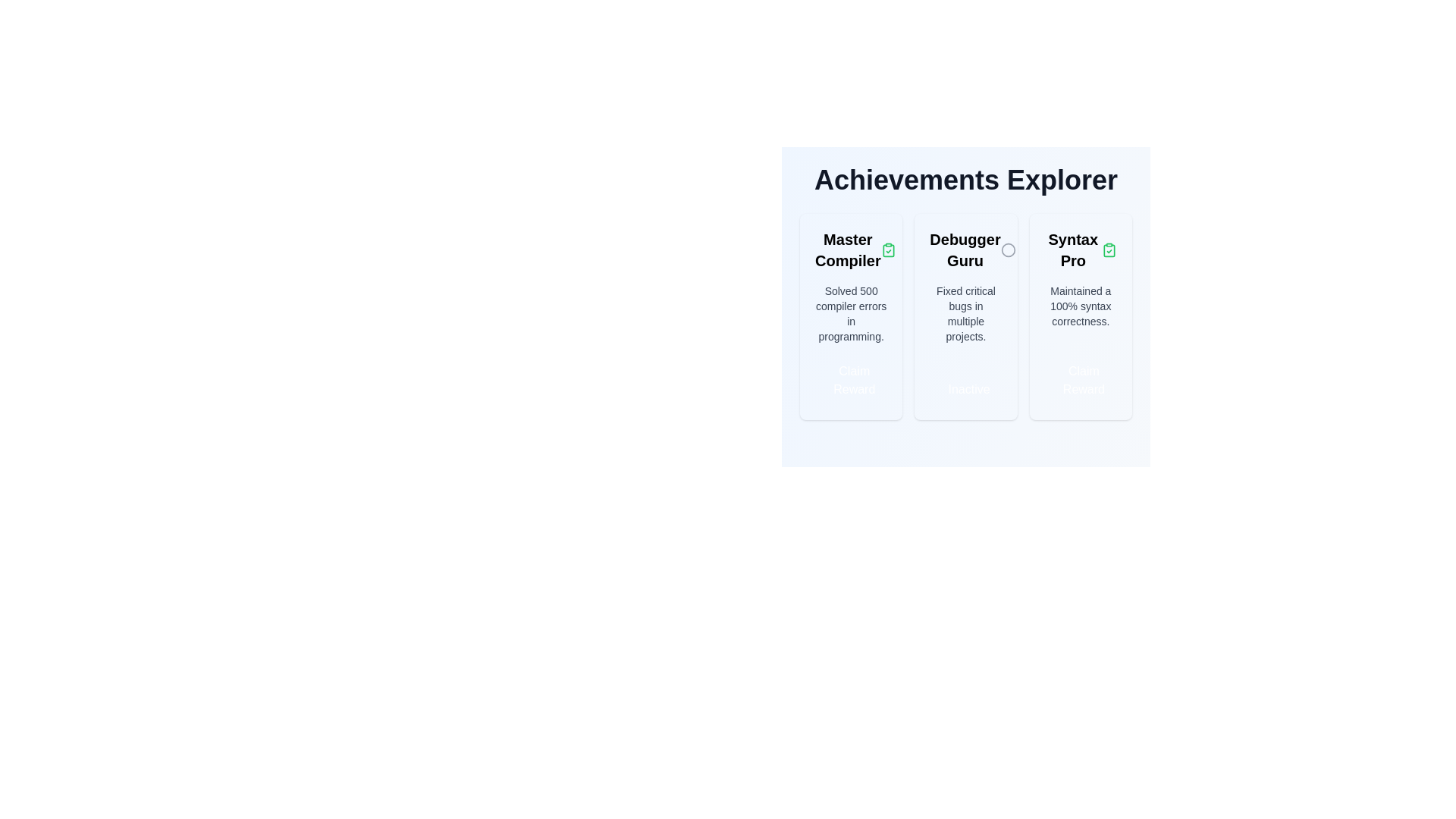 The height and width of the screenshot is (819, 1456). Describe the element at coordinates (1008, 249) in the screenshot. I see `the icon, which is a circle with a thin outline in muted gray color, located inside the card labeled 'Debugger Guru'` at that location.